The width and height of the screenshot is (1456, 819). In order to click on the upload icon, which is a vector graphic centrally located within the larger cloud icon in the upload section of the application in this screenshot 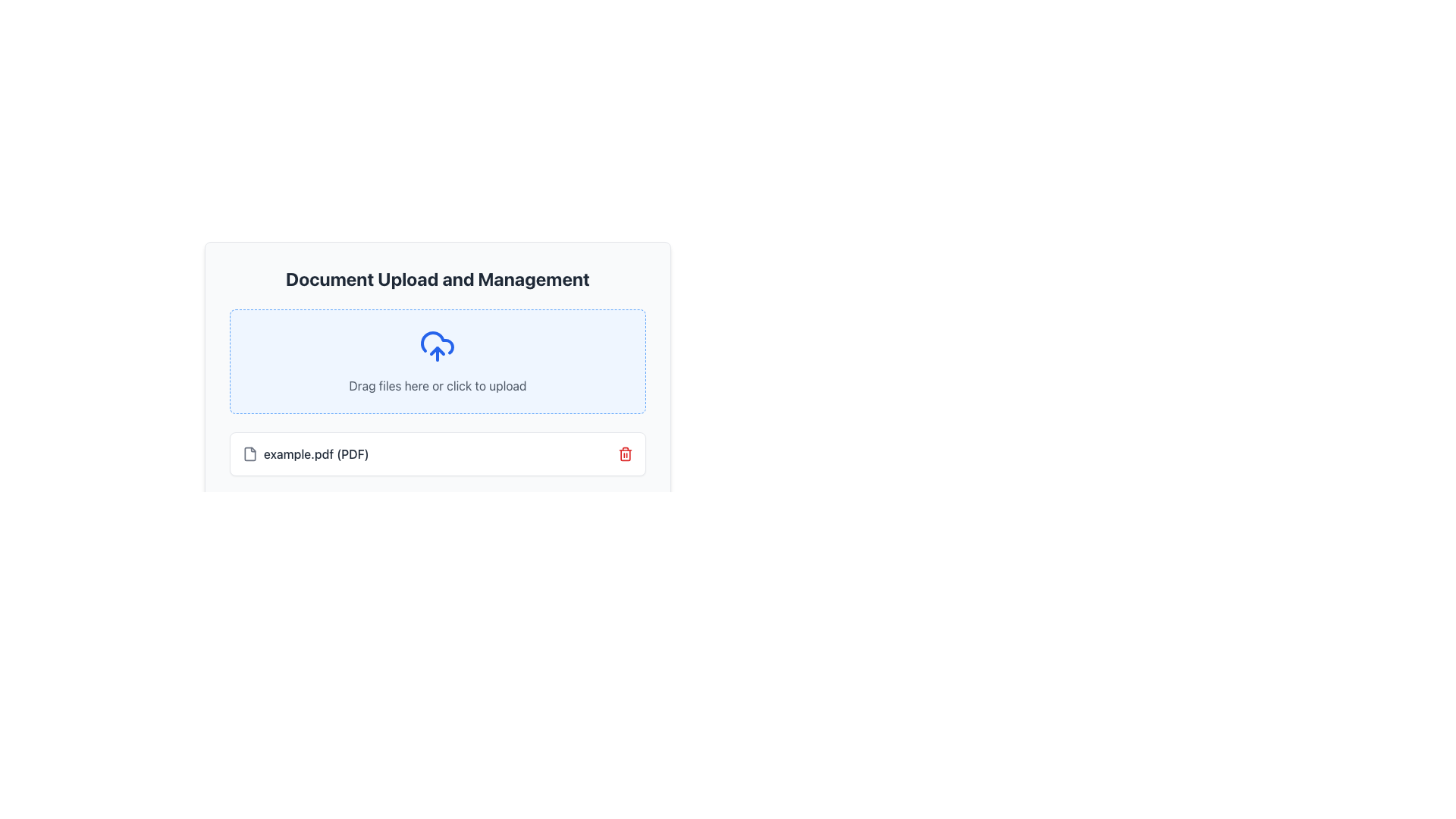, I will do `click(437, 350)`.